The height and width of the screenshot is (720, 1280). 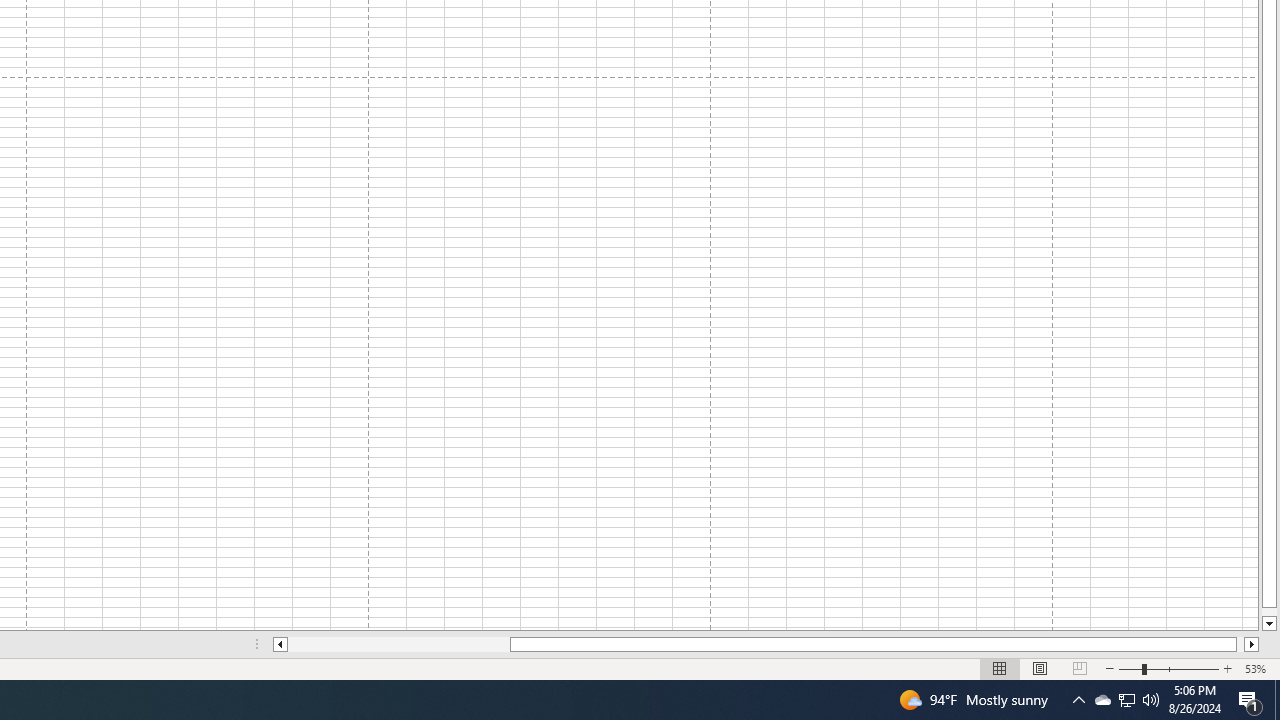 What do you see at coordinates (278, 644) in the screenshot?
I see `'Column left'` at bounding box center [278, 644].